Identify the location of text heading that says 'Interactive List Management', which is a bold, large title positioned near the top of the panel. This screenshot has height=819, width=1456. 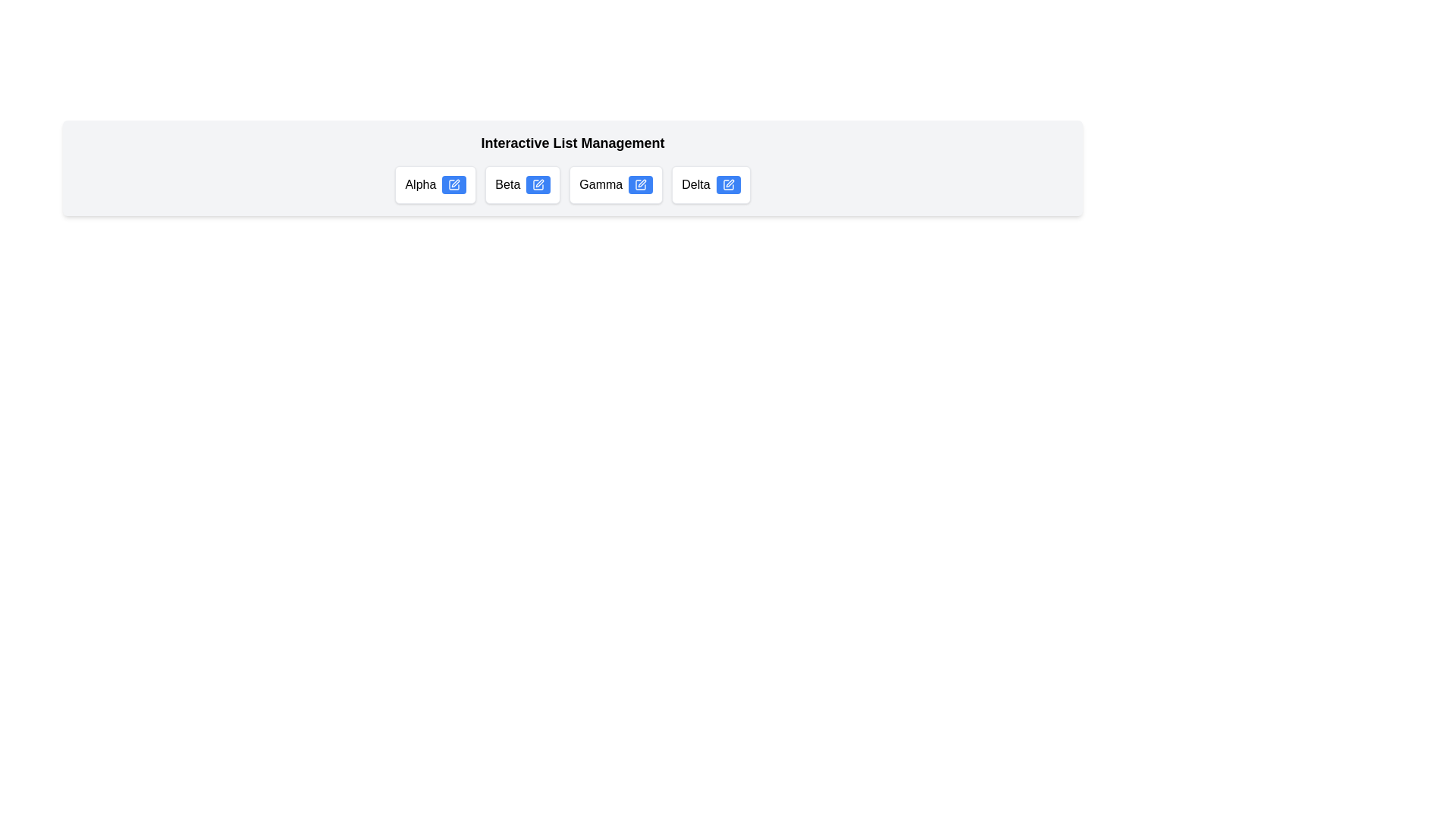
(572, 143).